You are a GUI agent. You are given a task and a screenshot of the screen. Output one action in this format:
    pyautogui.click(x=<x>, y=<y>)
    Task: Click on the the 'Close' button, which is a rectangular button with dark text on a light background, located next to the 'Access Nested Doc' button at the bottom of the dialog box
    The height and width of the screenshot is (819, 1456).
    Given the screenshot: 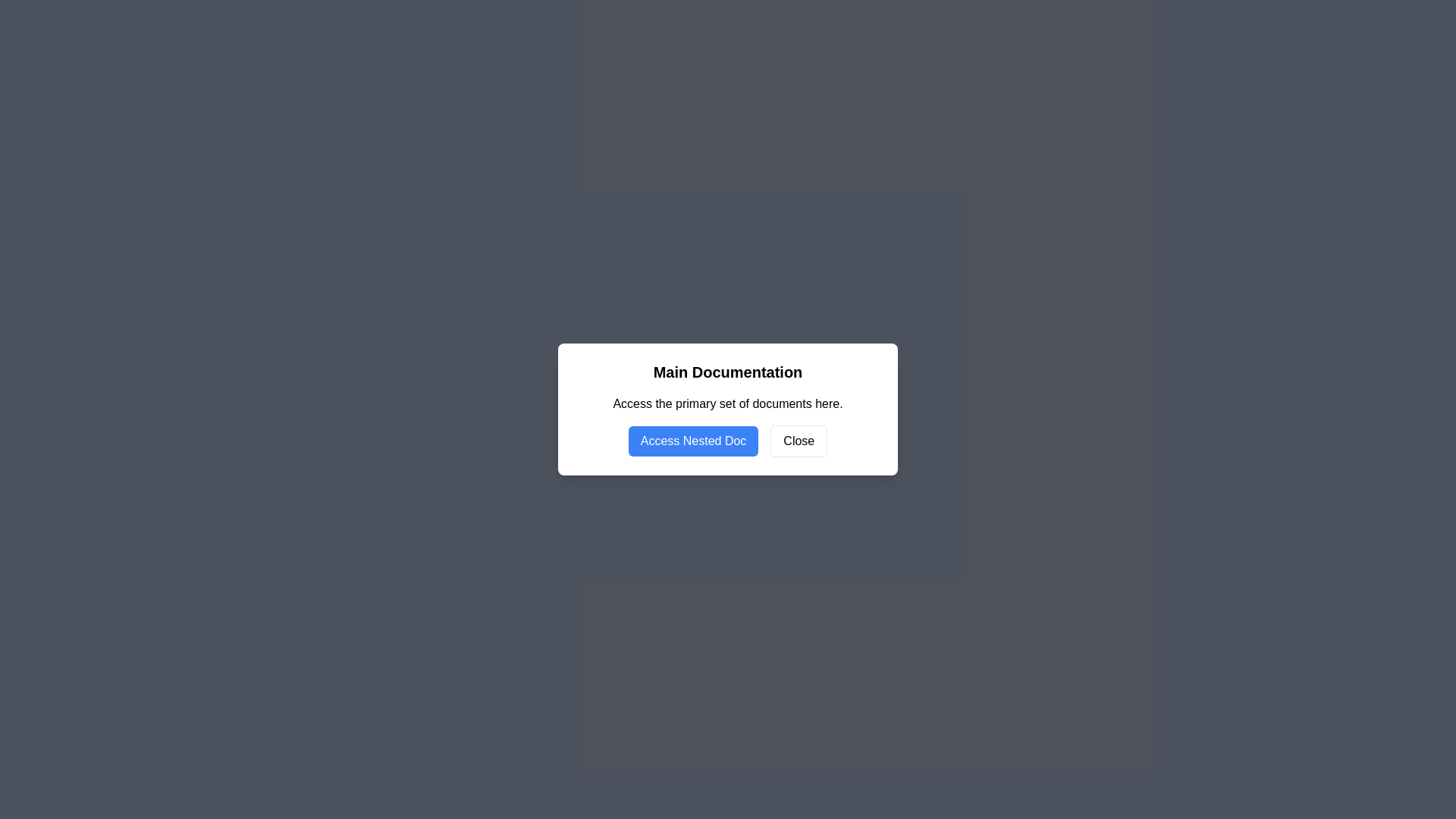 What is the action you would take?
    pyautogui.click(x=798, y=441)
    